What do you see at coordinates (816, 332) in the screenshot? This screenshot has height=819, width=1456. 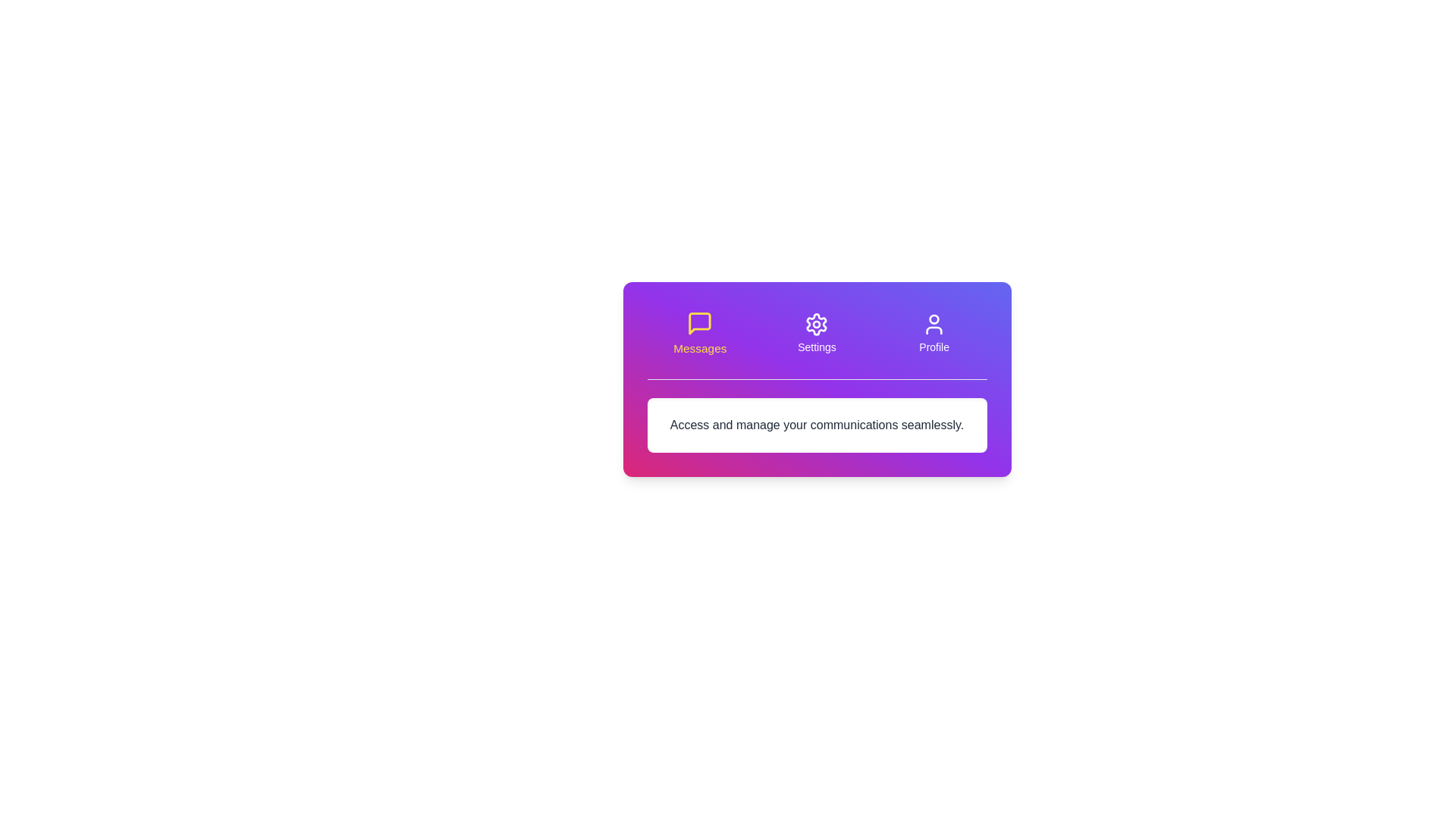 I see `the tab button labeled Settings to switch to the corresponding tab` at bounding box center [816, 332].